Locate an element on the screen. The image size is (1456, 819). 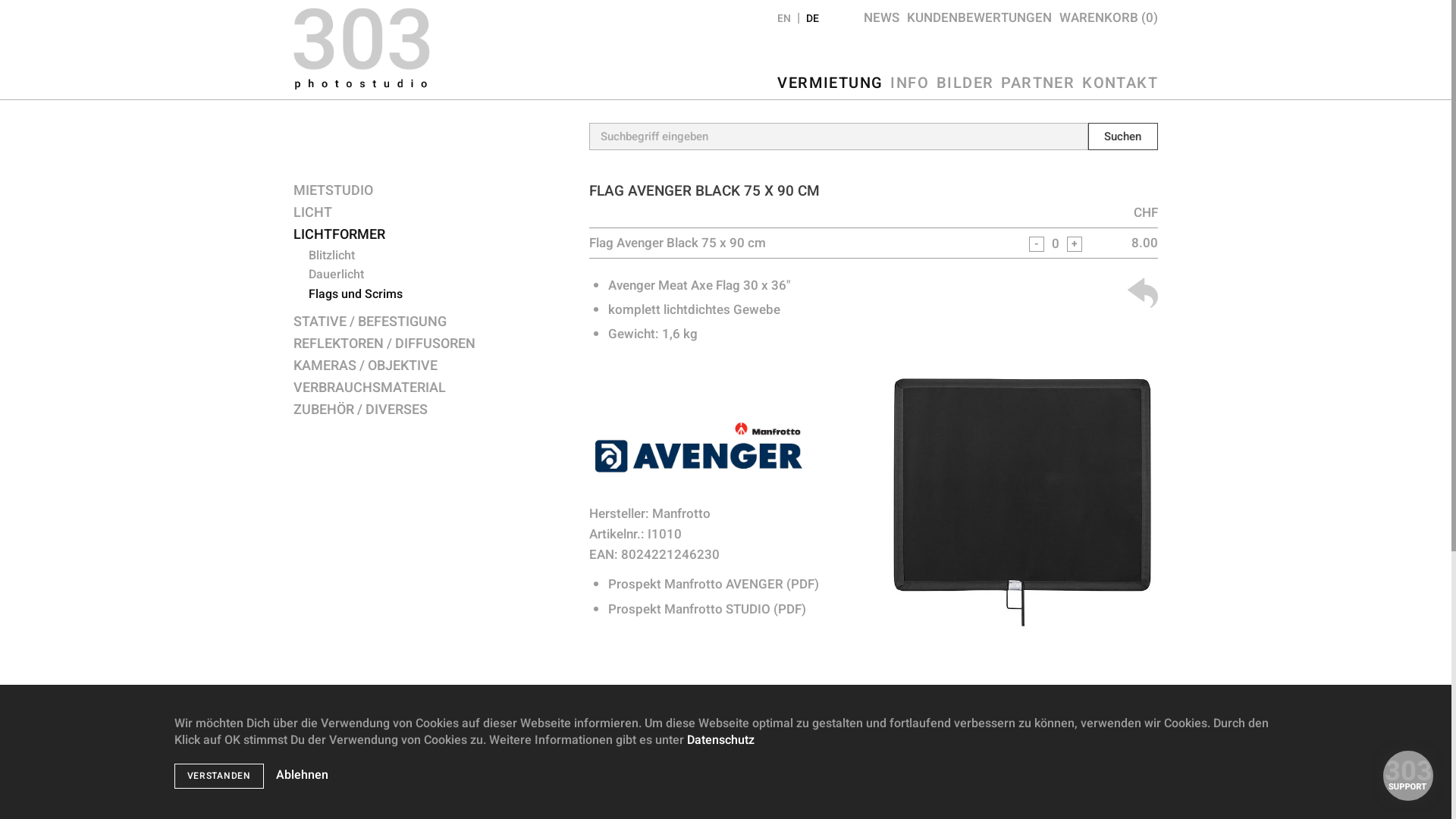
'BILDER' is located at coordinates (935, 83).